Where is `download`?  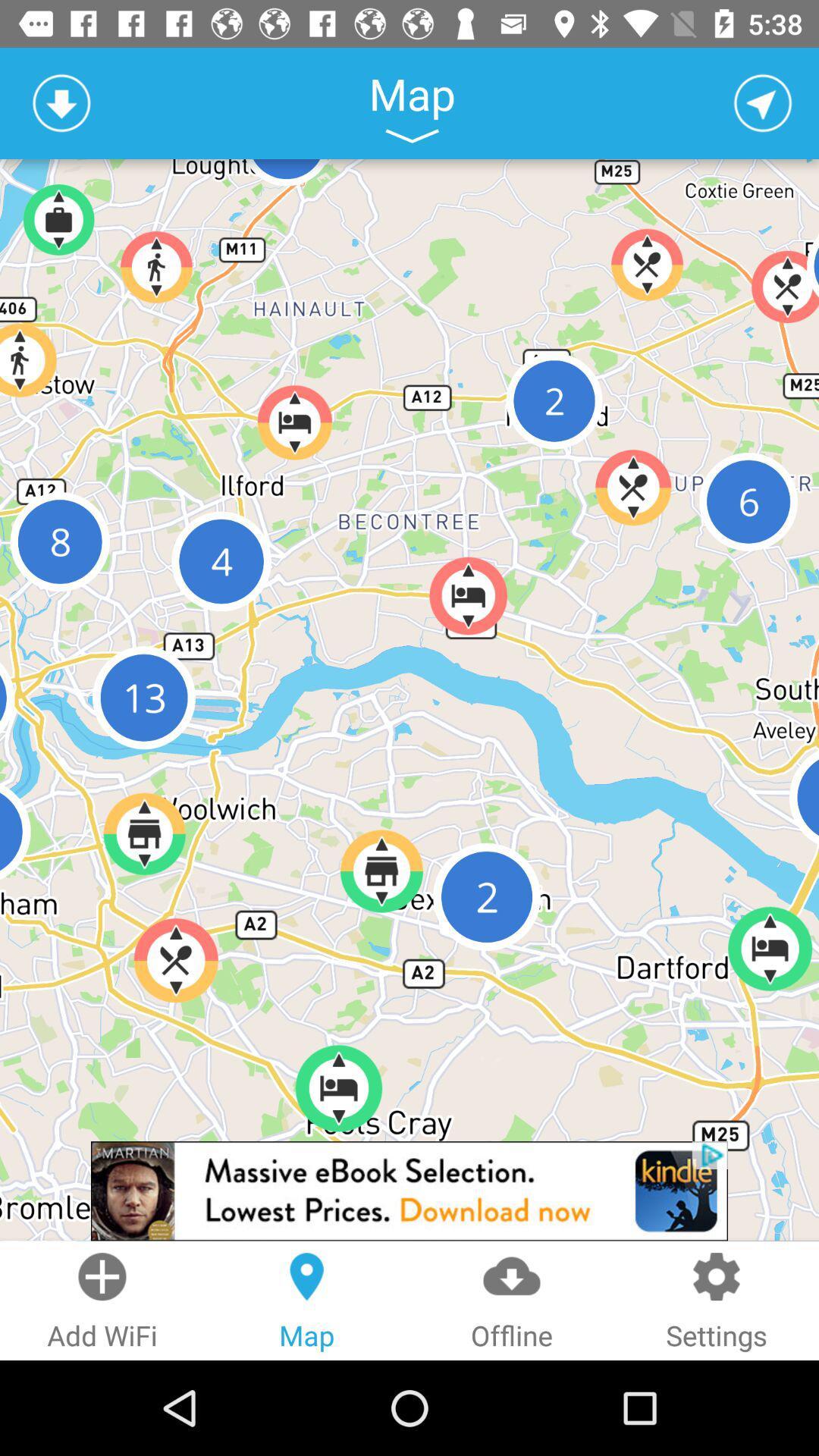
download is located at coordinates (61, 102).